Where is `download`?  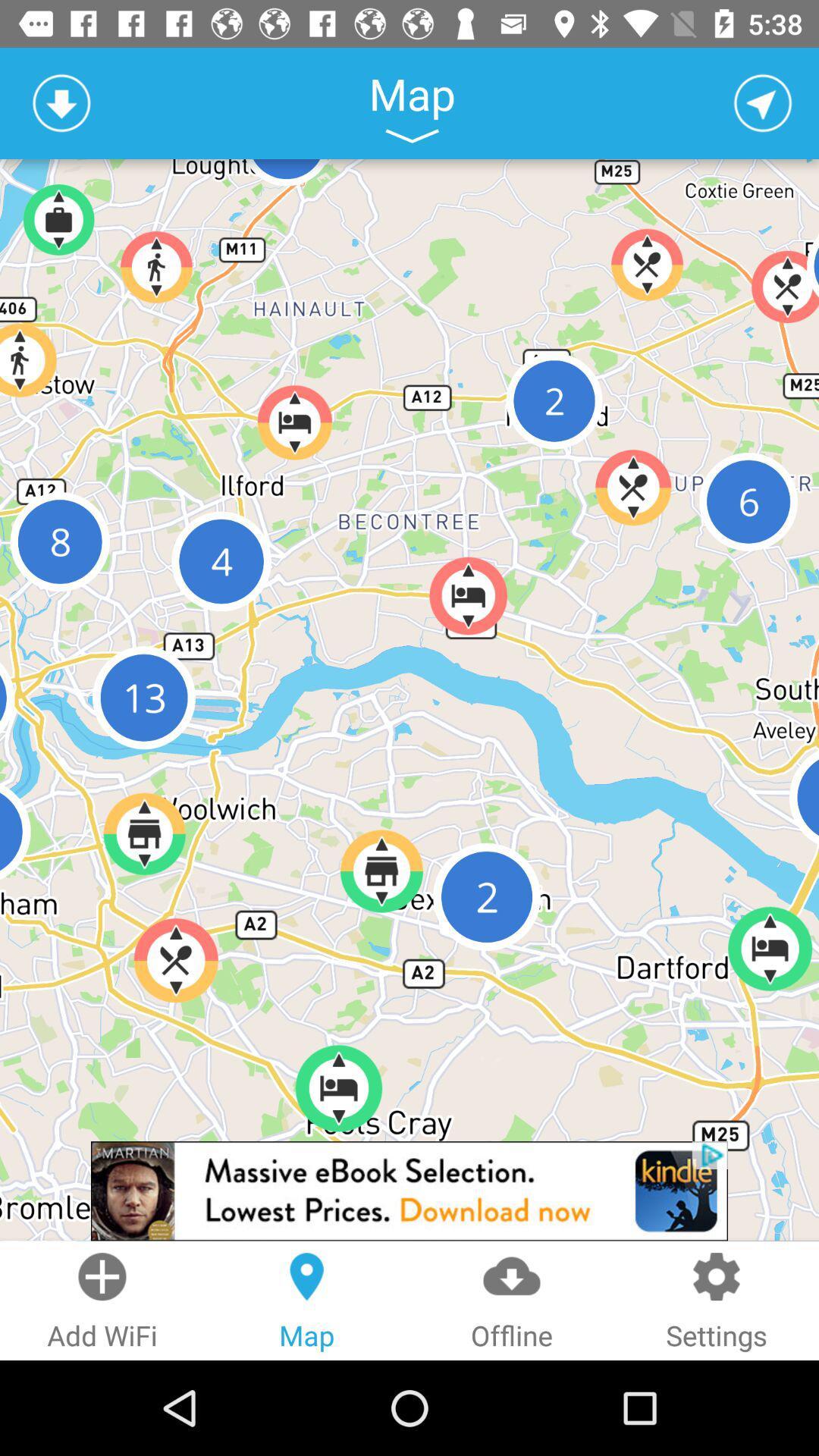
download is located at coordinates (61, 102).